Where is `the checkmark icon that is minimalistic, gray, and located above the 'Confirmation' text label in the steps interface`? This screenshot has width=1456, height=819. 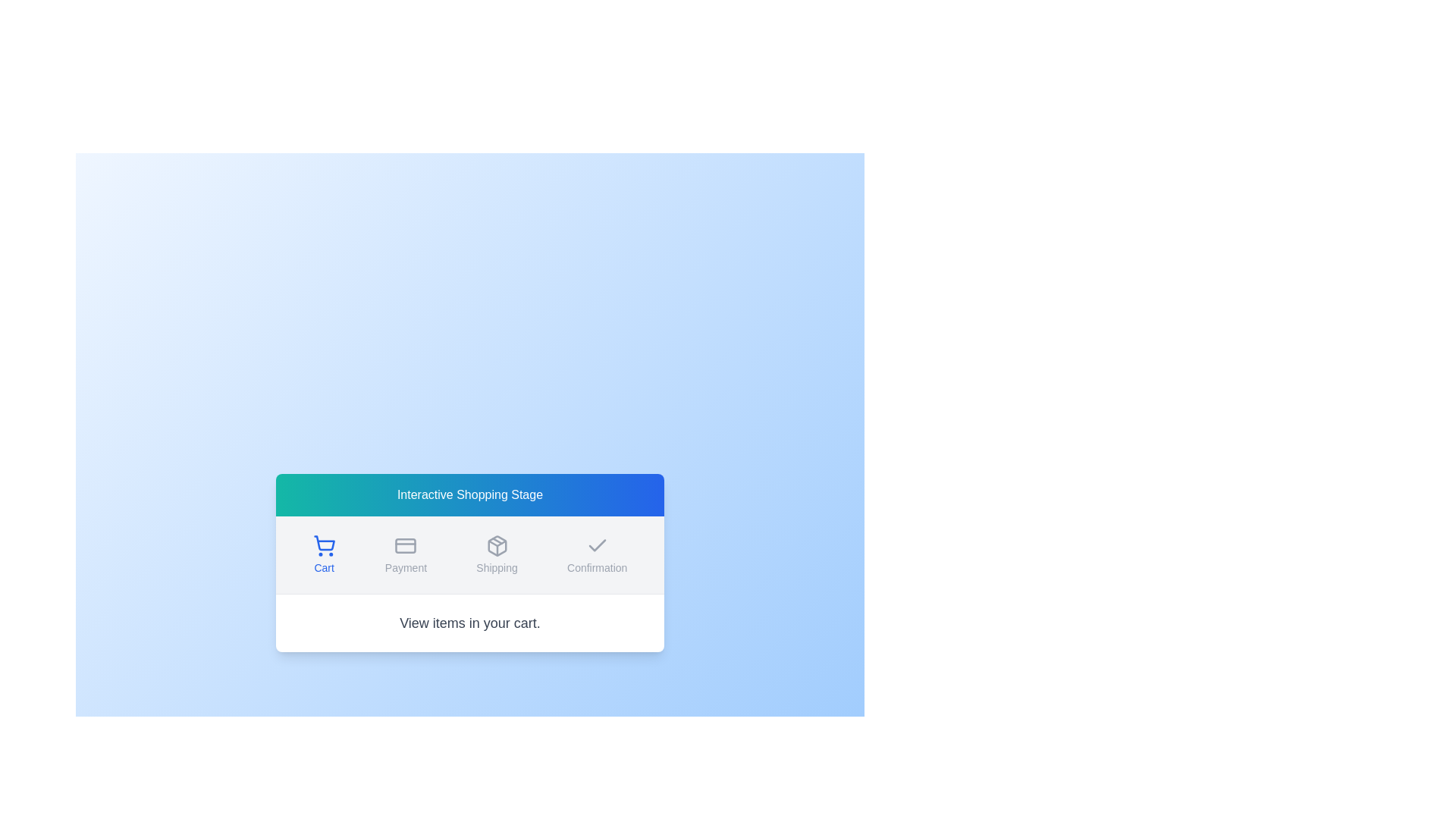
the checkmark icon that is minimalistic, gray, and located above the 'Confirmation' text label in the steps interface is located at coordinates (596, 544).